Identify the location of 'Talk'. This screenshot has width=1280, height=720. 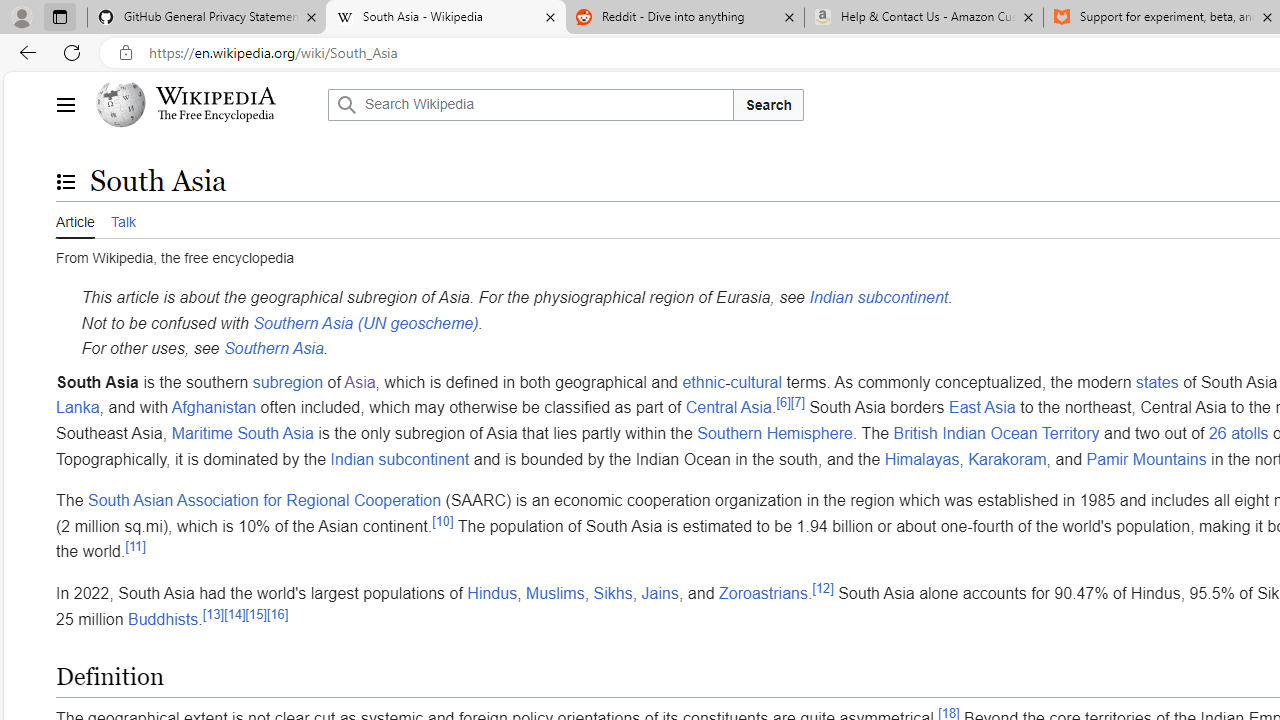
(121, 219).